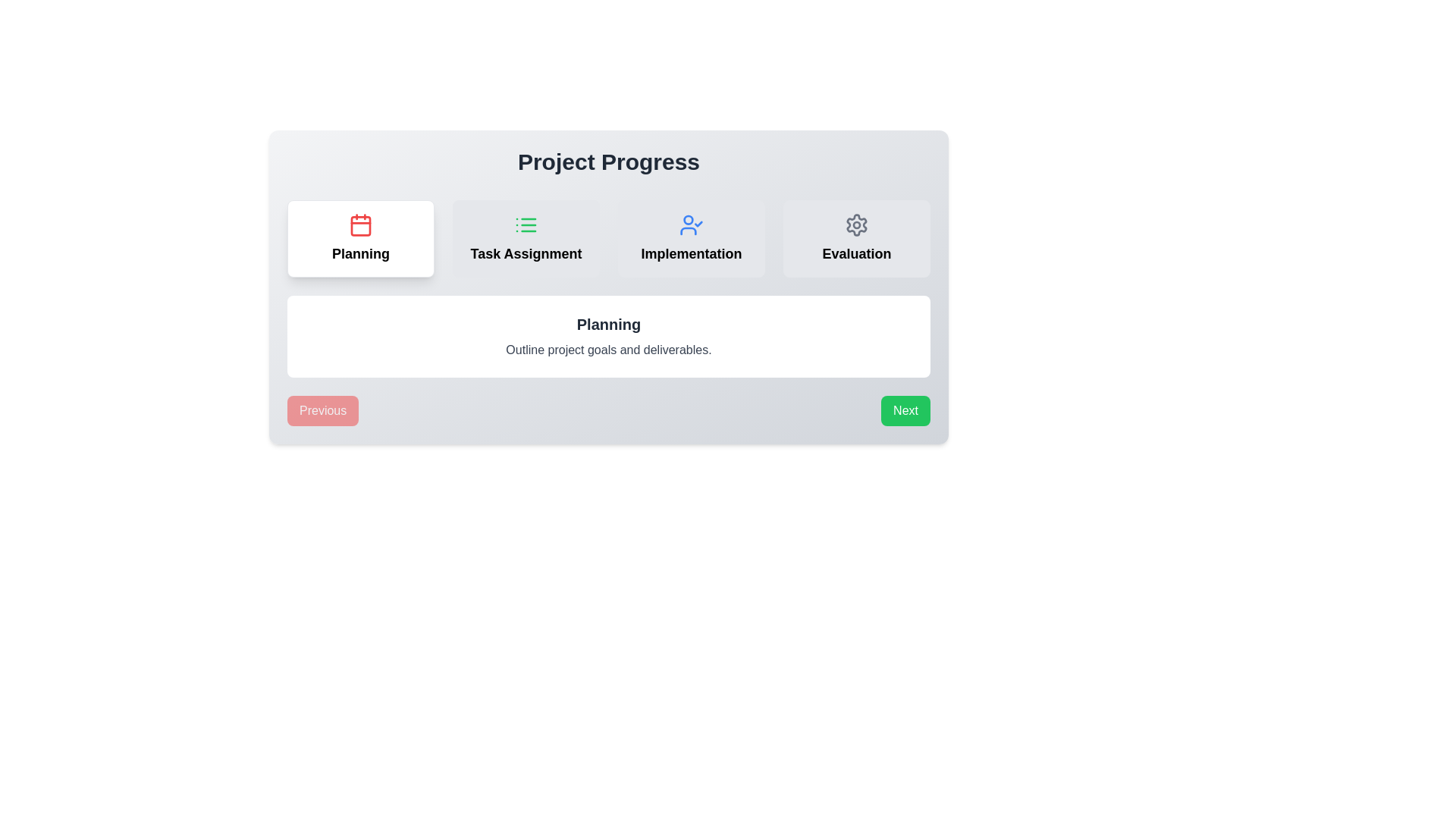  Describe the element at coordinates (856, 225) in the screenshot. I see `the settings or evaluation icon located at the end of the row under the 'Evaluation' label` at that location.